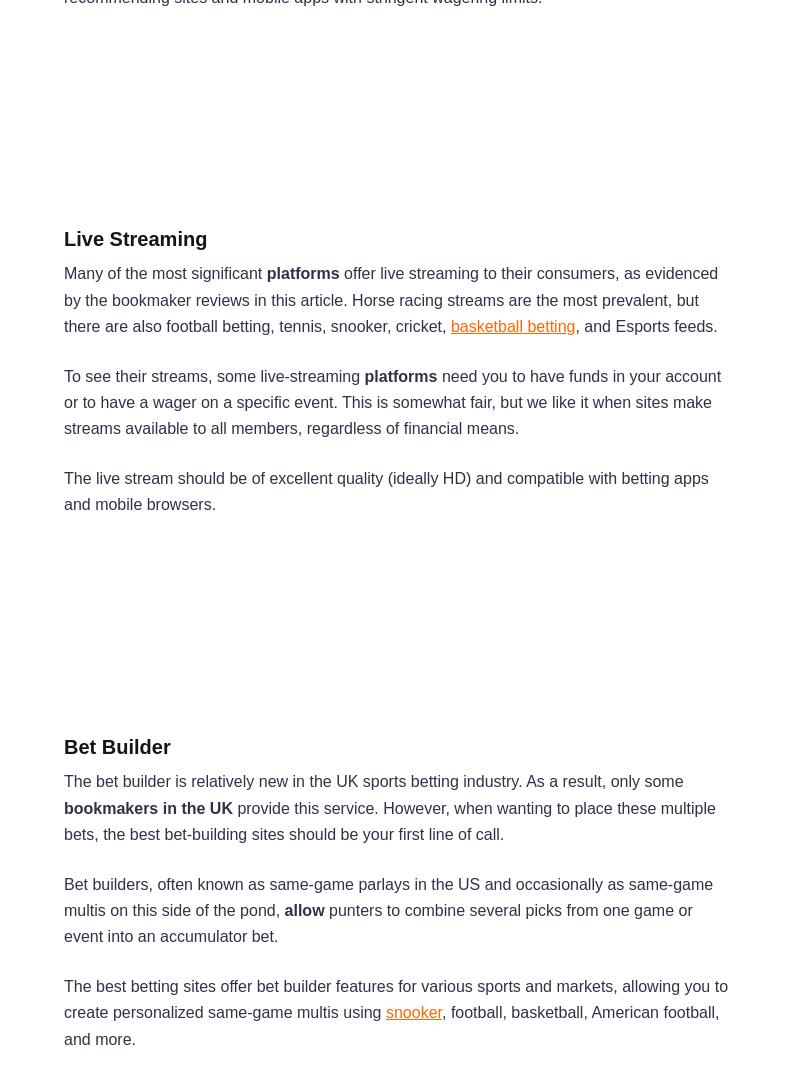 The height and width of the screenshot is (1071, 800). I want to click on 'To see their streams, some live-streaming', so click(214, 374).